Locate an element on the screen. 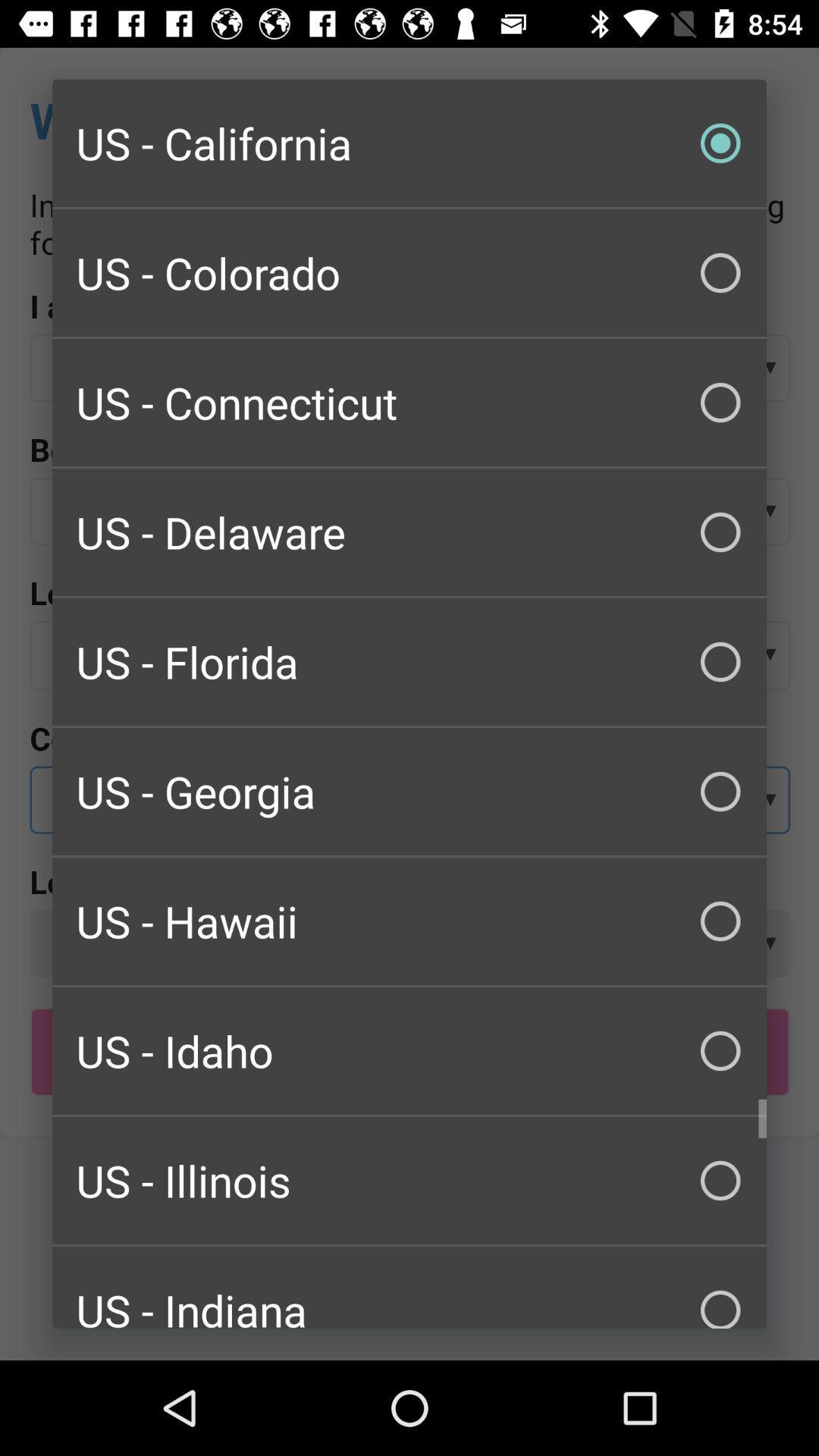 Image resolution: width=819 pixels, height=1456 pixels. the item above us - illinois is located at coordinates (409, 1050).